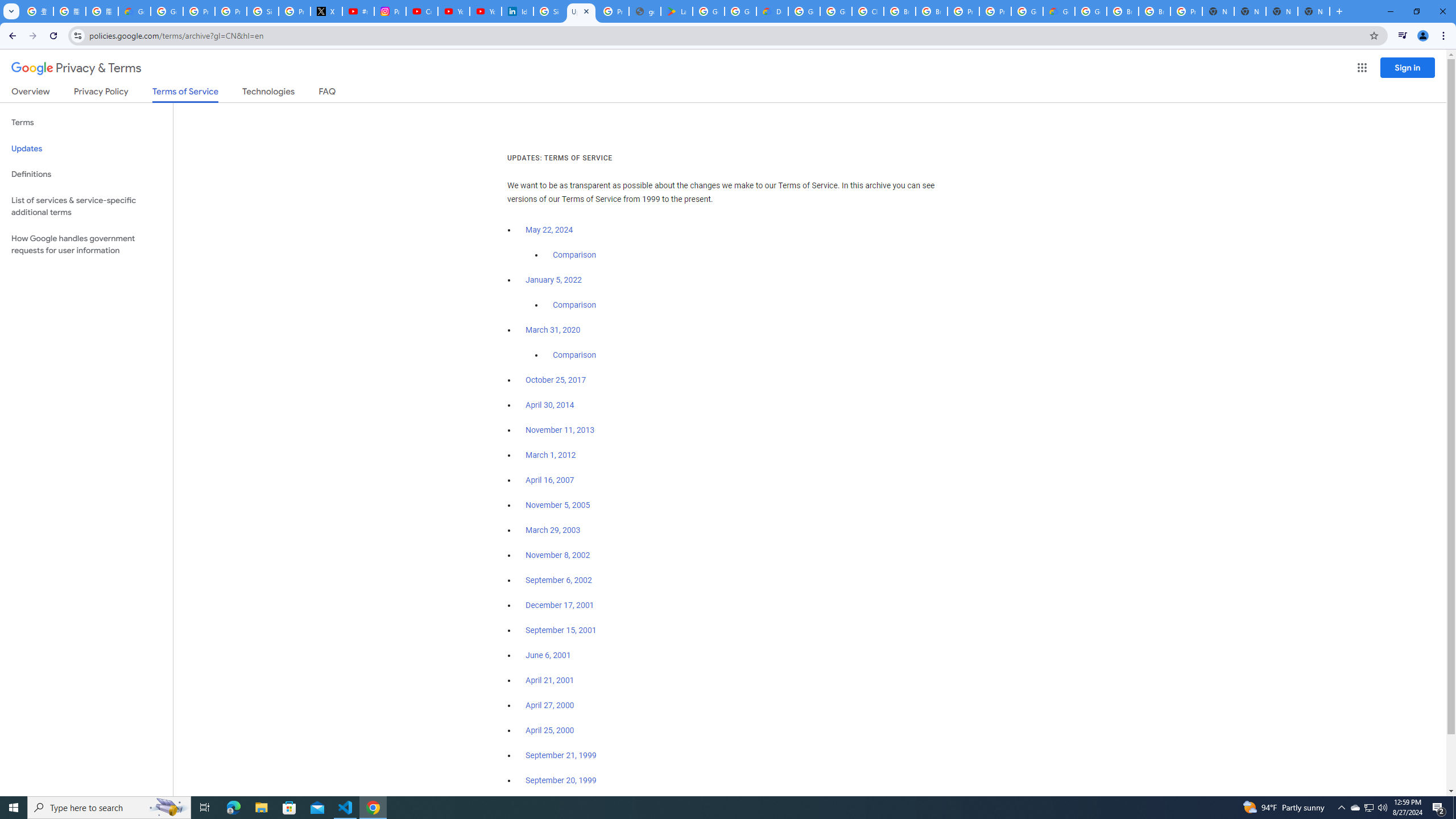 The height and width of the screenshot is (819, 1456). Describe the element at coordinates (559, 580) in the screenshot. I see `'September 6, 2002'` at that location.